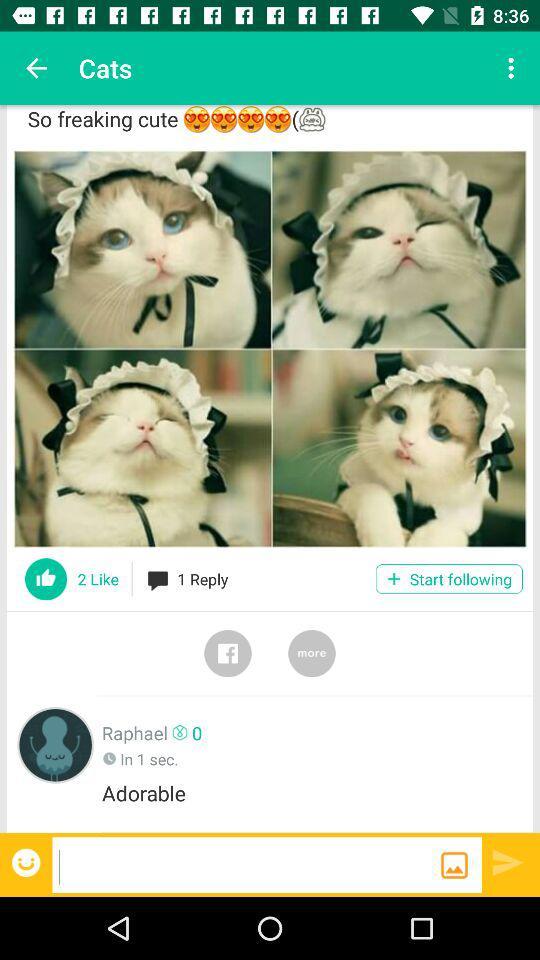  What do you see at coordinates (36, 68) in the screenshot?
I see `item next to the cats app` at bounding box center [36, 68].